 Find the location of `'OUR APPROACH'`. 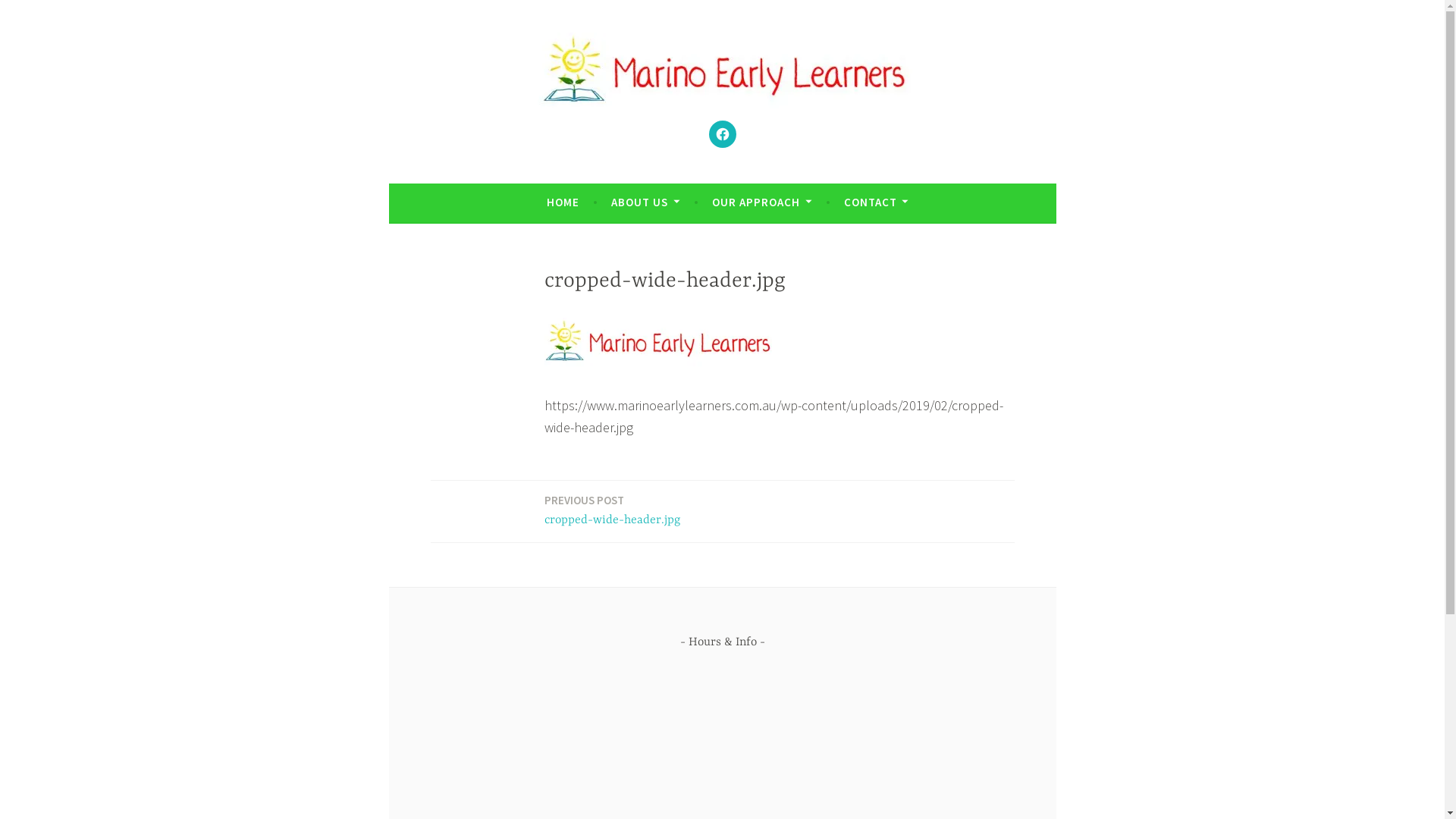

'OUR APPROACH' is located at coordinates (711, 201).